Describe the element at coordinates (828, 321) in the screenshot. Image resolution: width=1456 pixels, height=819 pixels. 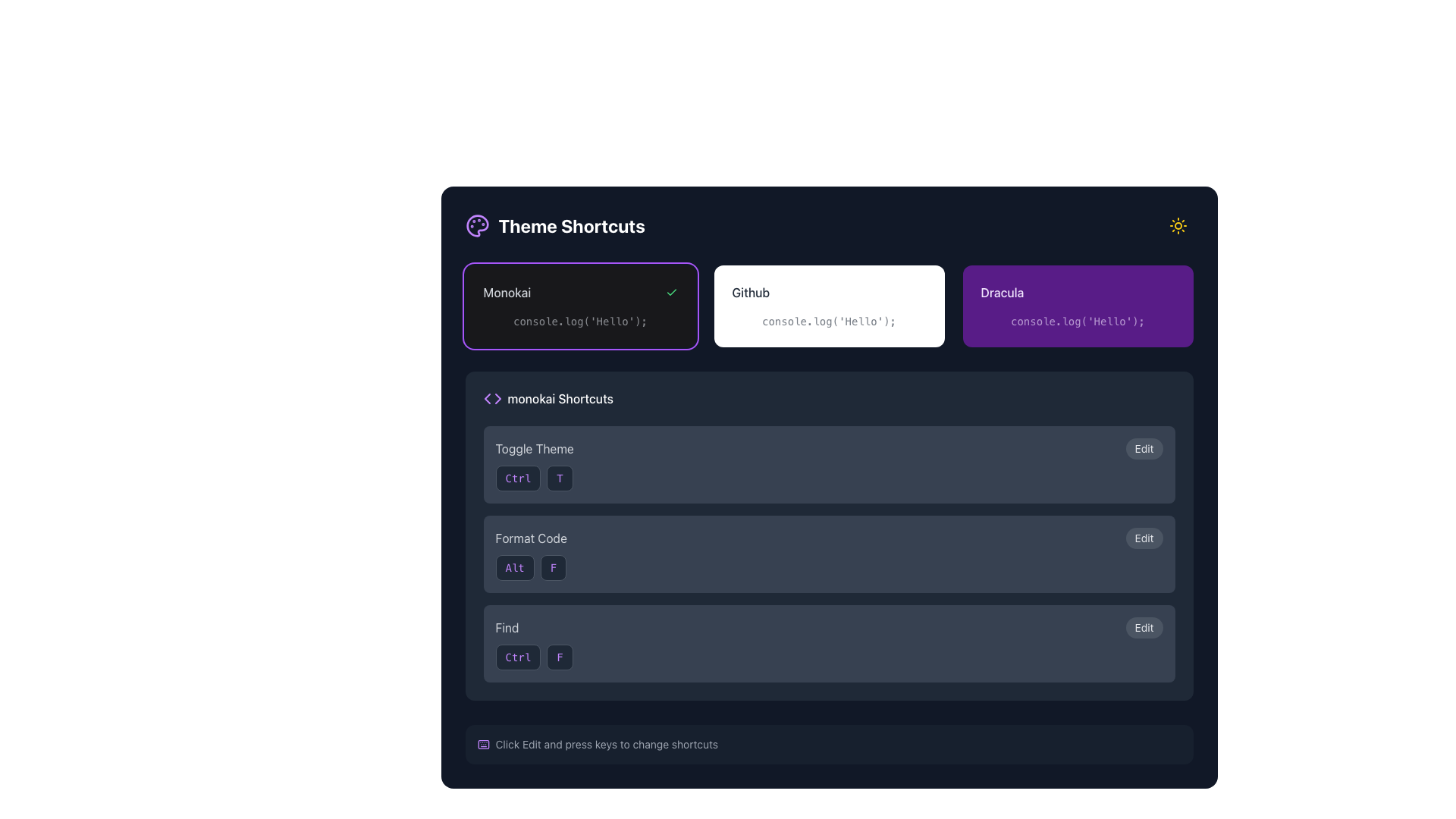
I see `the static text block that serves as a preview of a code snippet associated with the 'Github' theme, located inside a white rectangle beneath the 'Github' heading` at that location.